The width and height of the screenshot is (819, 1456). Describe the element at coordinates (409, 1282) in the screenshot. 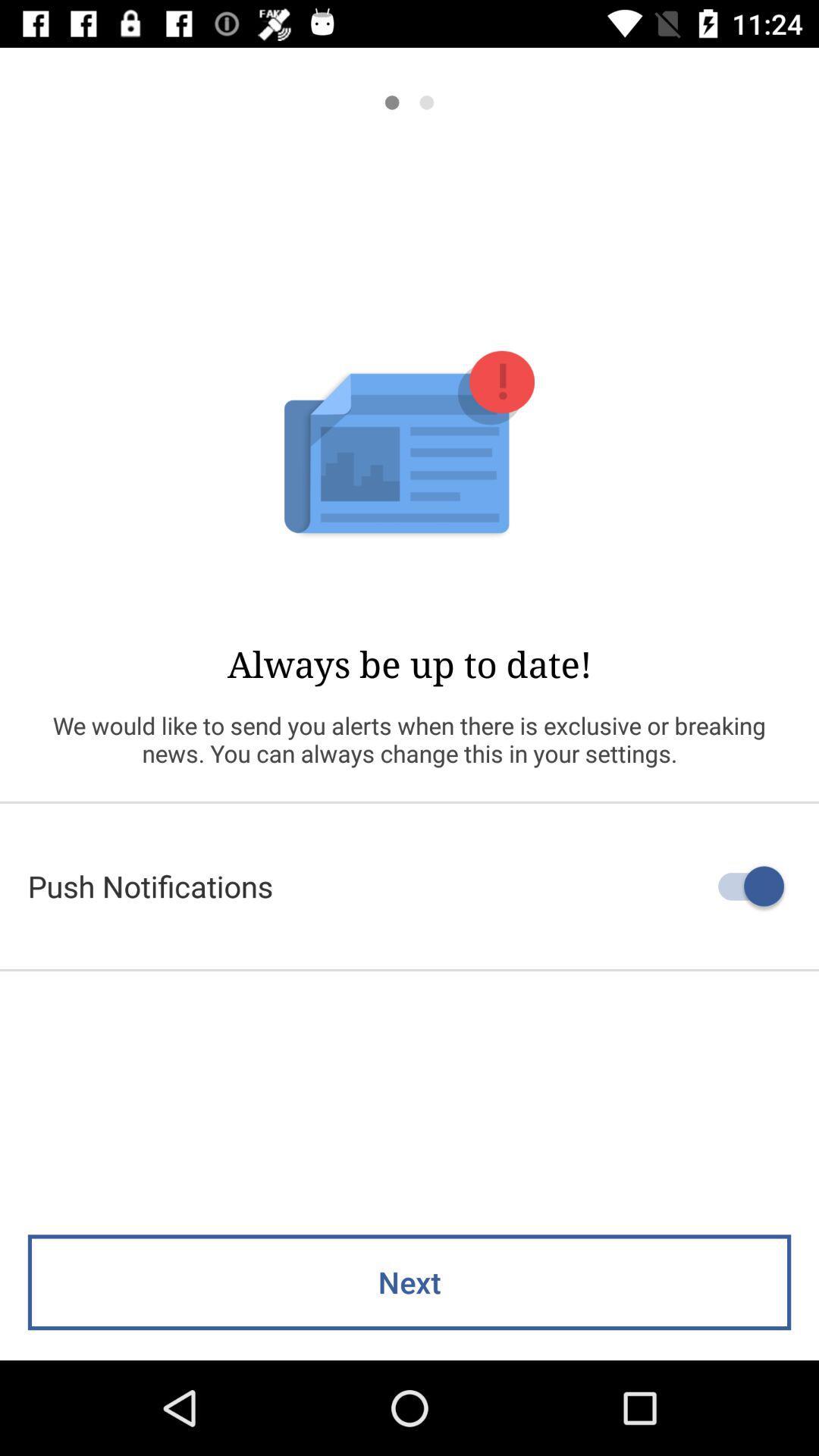

I see `next` at that location.